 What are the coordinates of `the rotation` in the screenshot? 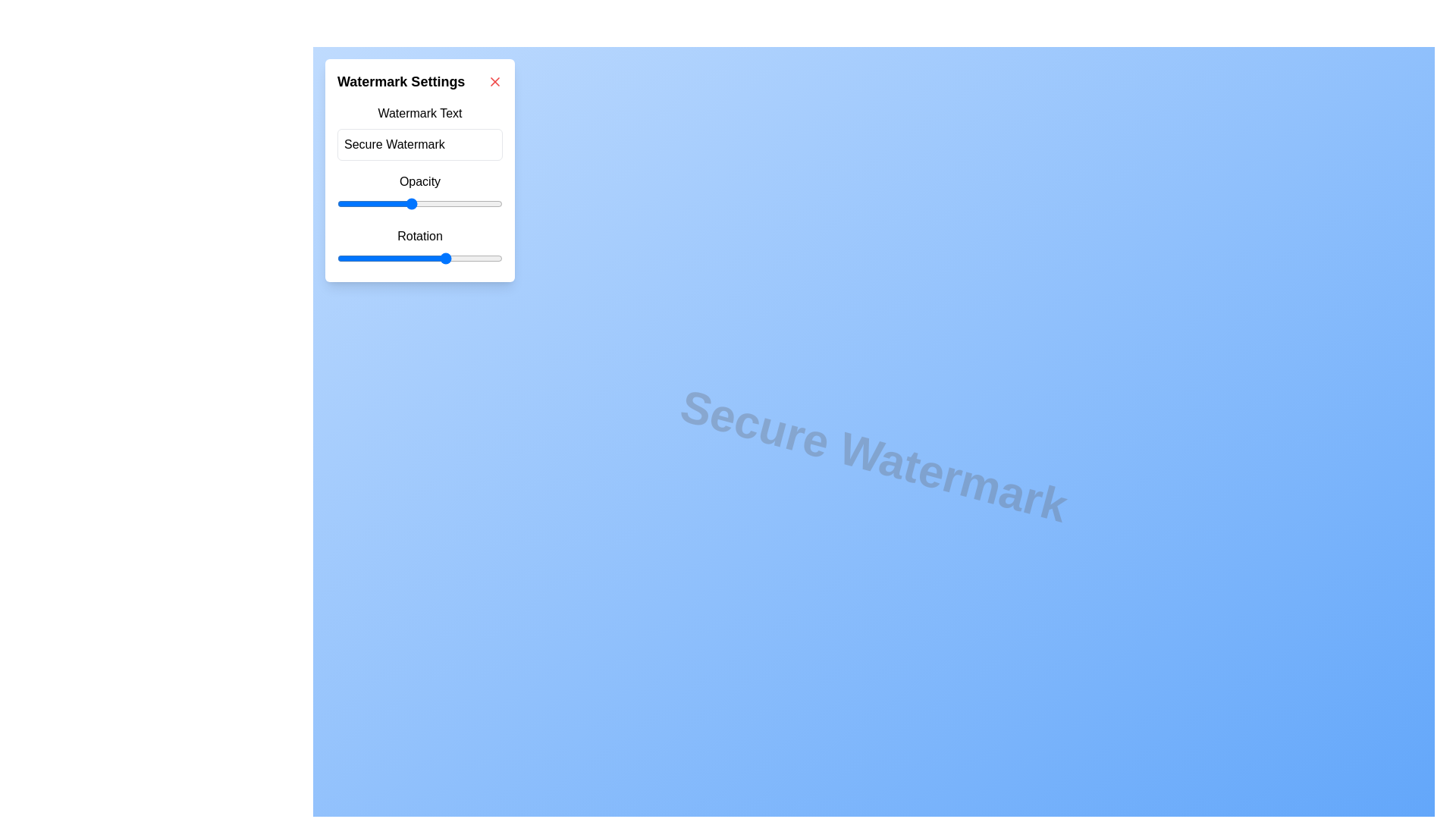 It's located at (500, 257).